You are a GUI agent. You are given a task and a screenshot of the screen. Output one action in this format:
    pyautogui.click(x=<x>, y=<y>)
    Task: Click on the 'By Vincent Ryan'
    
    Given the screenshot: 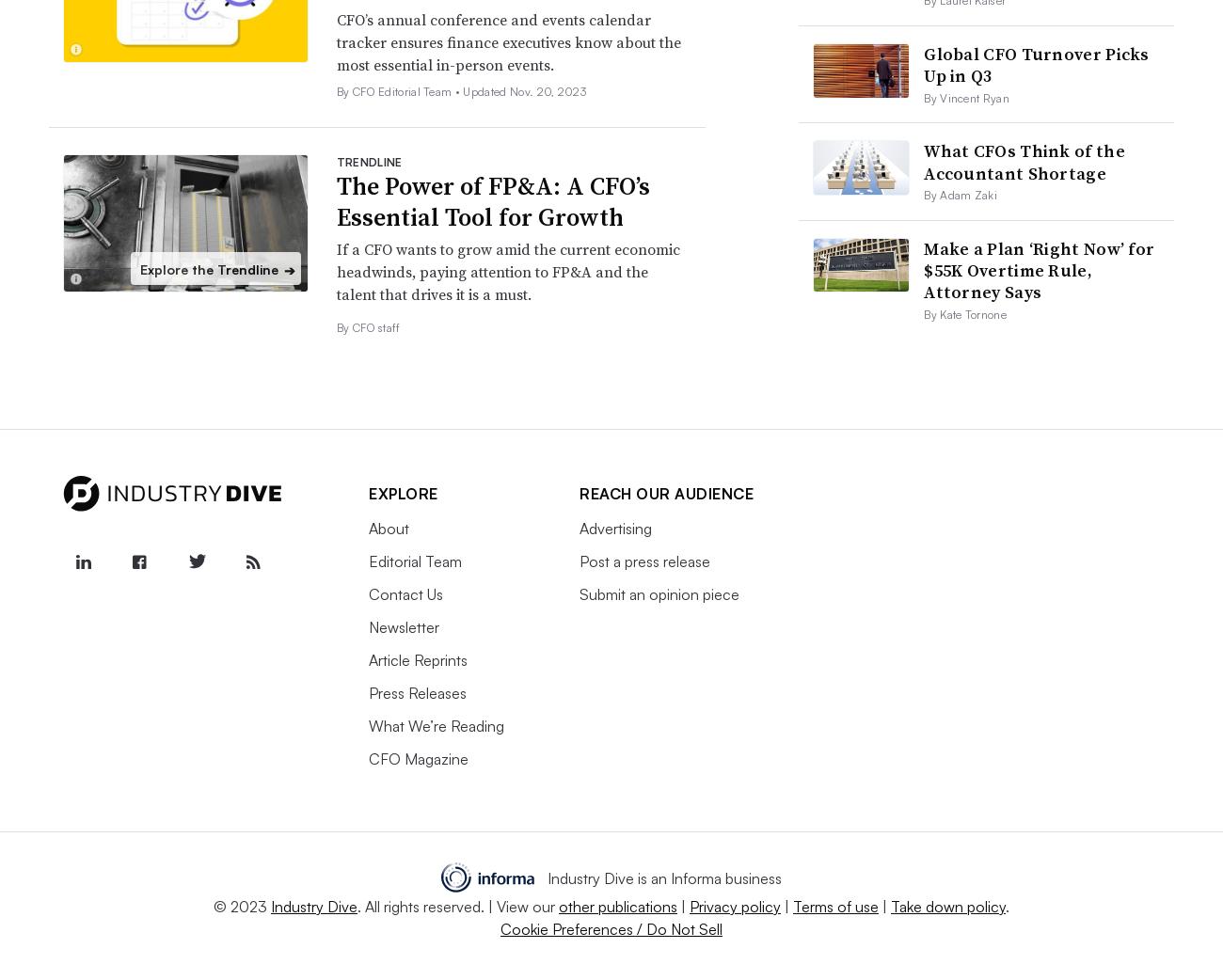 What is the action you would take?
    pyautogui.click(x=965, y=97)
    